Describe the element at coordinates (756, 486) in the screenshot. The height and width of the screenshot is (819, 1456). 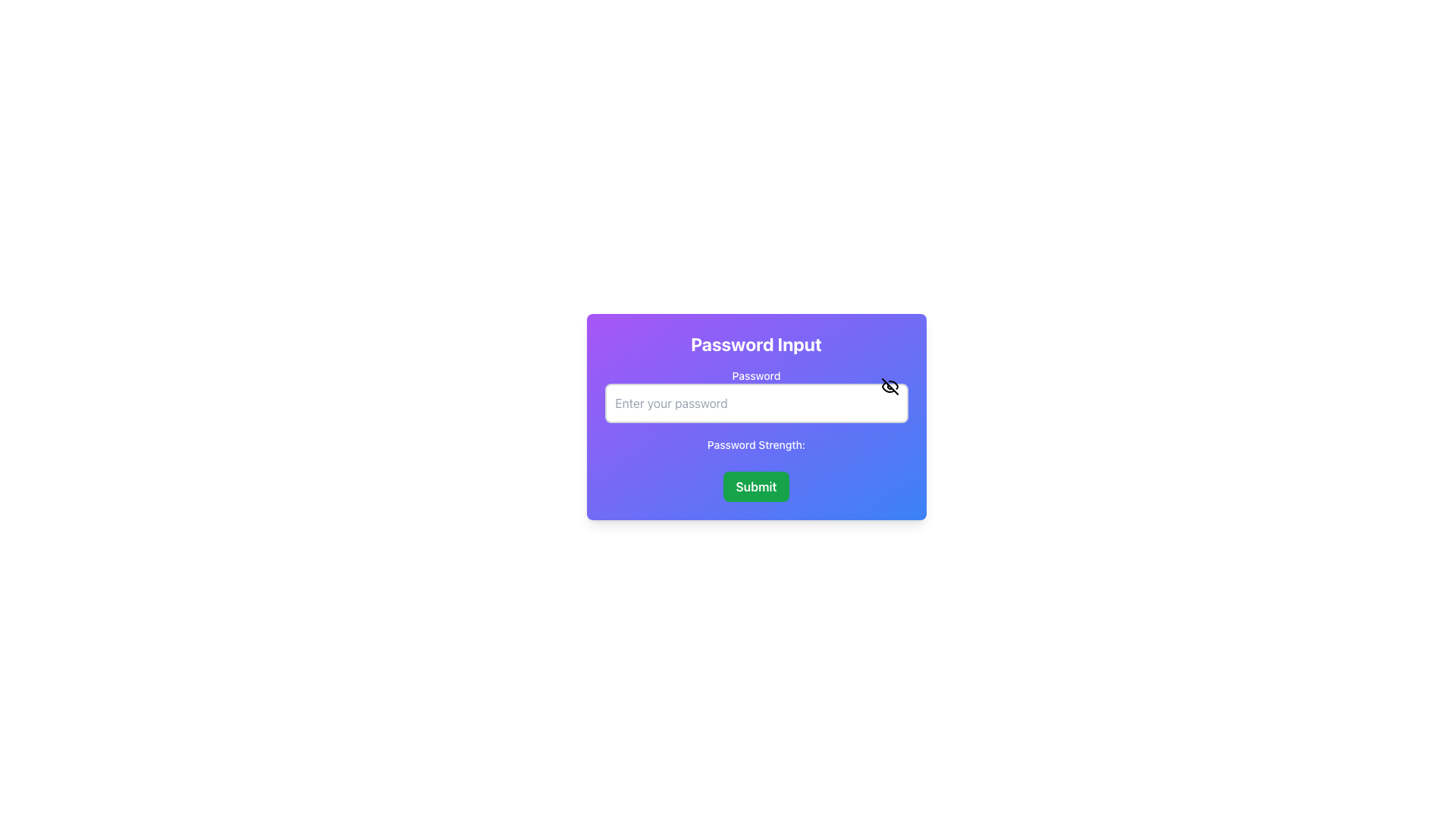
I see `the Submit Button located at the bottom of the 'Password Input' panel using keyboard tabbing` at that location.